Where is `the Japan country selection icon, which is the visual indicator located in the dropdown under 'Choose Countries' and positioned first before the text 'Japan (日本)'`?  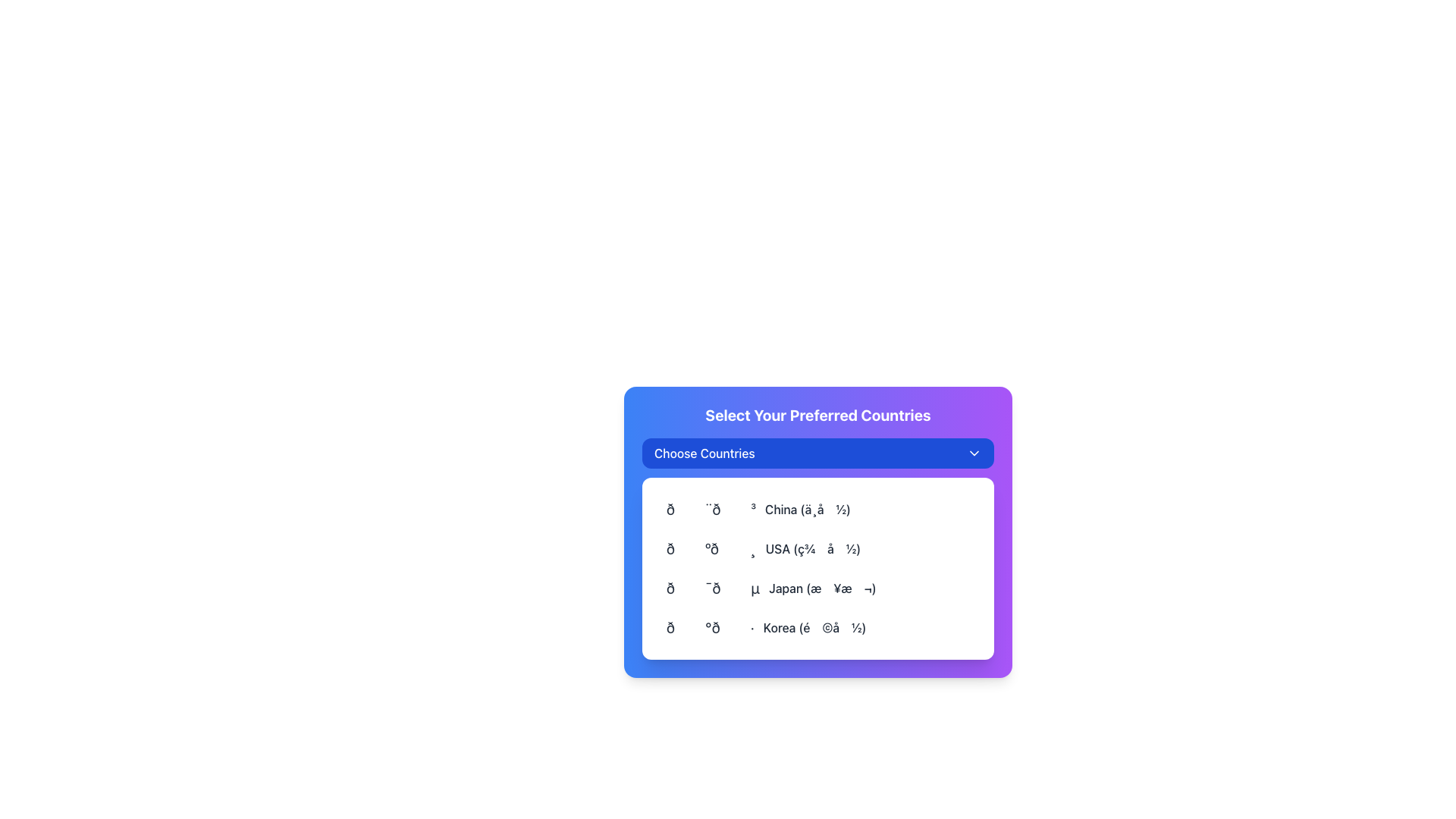
the Japan country selection icon, which is the visual indicator located in the dropdown under 'Choose Countries' and positioned first before the text 'Japan (日本)' is located at coordinates (712, 587).